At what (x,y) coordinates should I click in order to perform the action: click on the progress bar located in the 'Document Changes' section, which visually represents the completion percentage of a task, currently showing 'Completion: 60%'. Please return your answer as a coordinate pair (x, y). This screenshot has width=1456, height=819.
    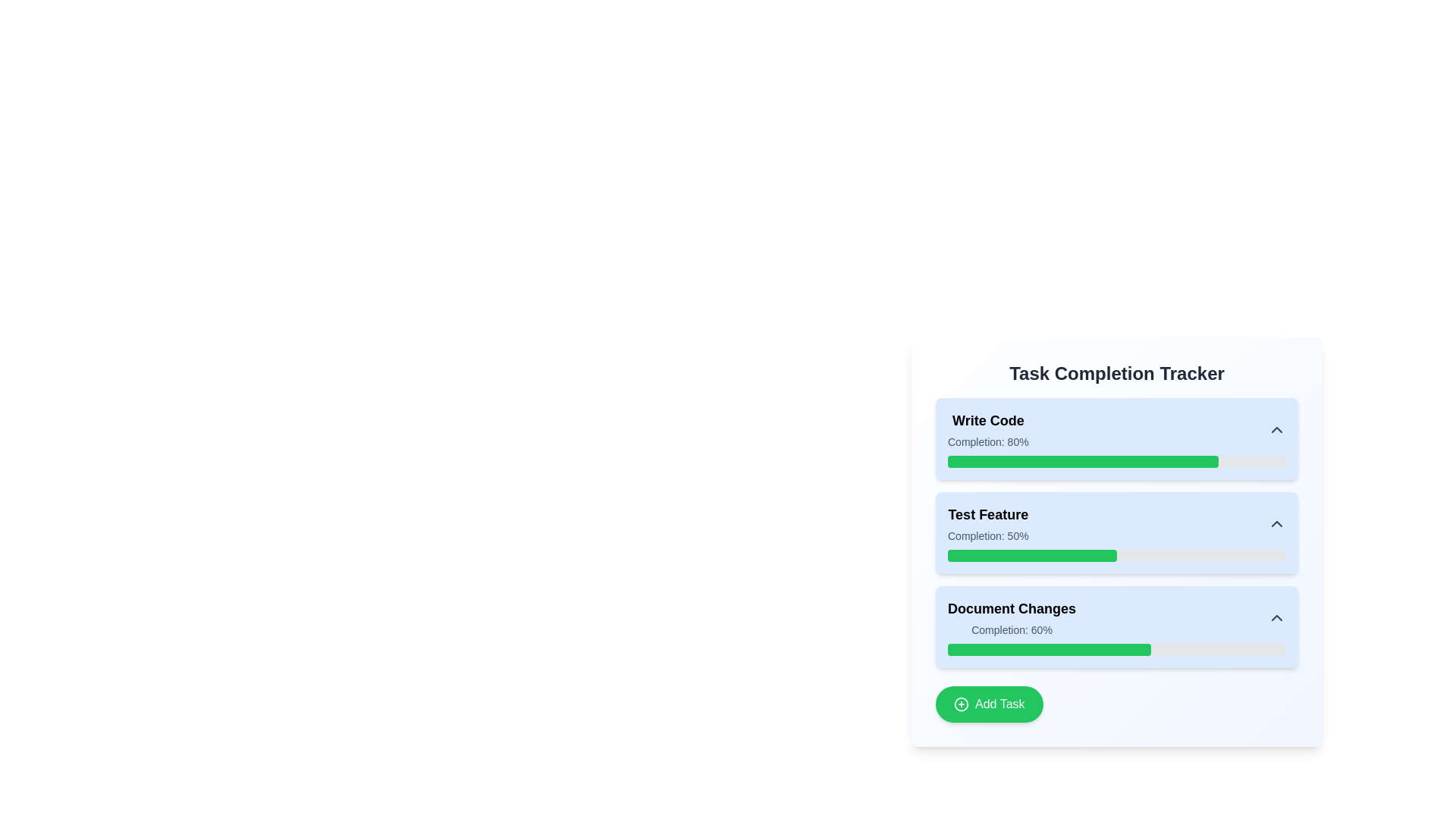
    Looking at the image, I should click on (1117, 648).